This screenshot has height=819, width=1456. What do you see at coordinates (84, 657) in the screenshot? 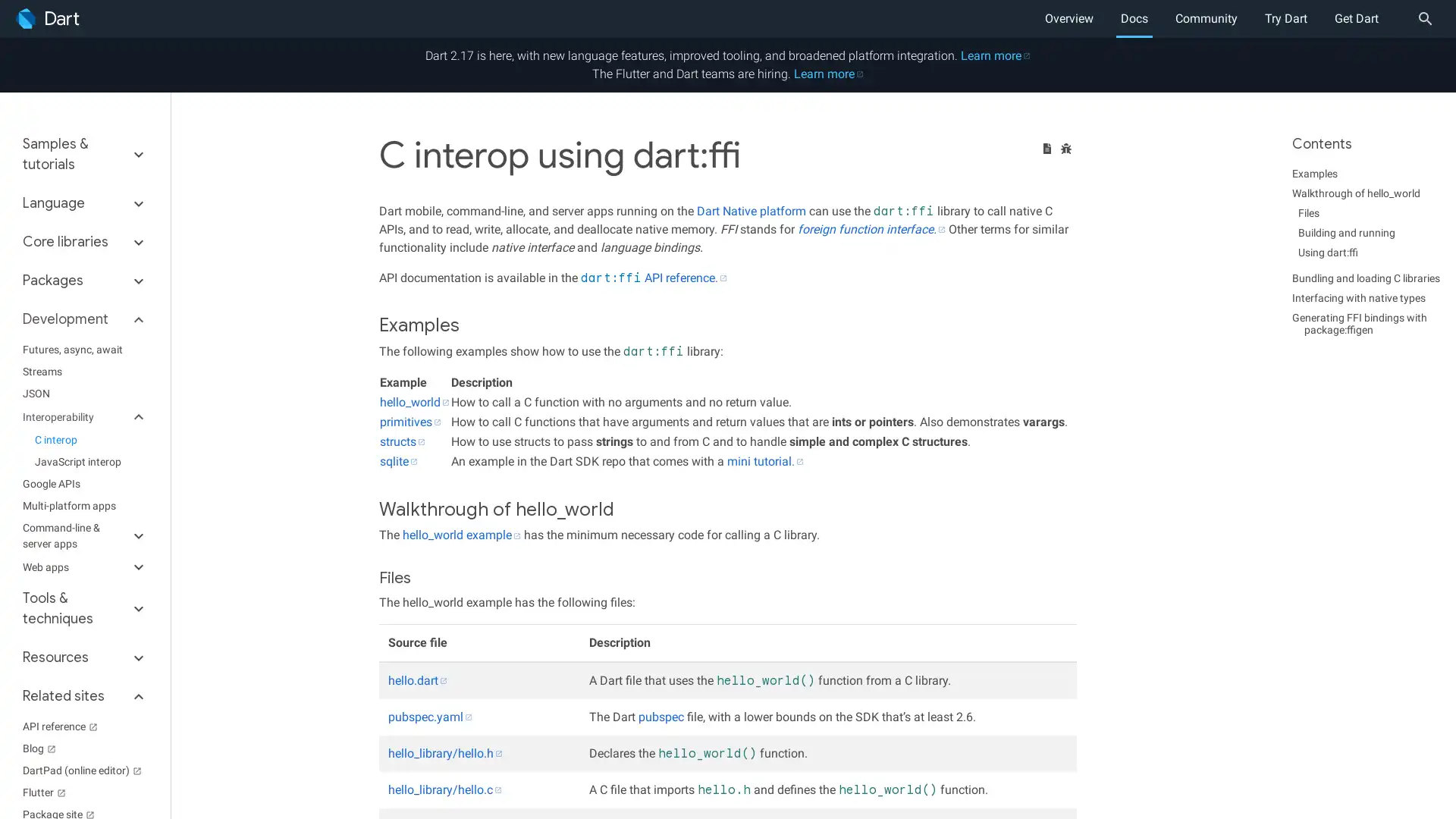
I see `Resources keyboard_arrow_down` at bounding box center [84, 657].